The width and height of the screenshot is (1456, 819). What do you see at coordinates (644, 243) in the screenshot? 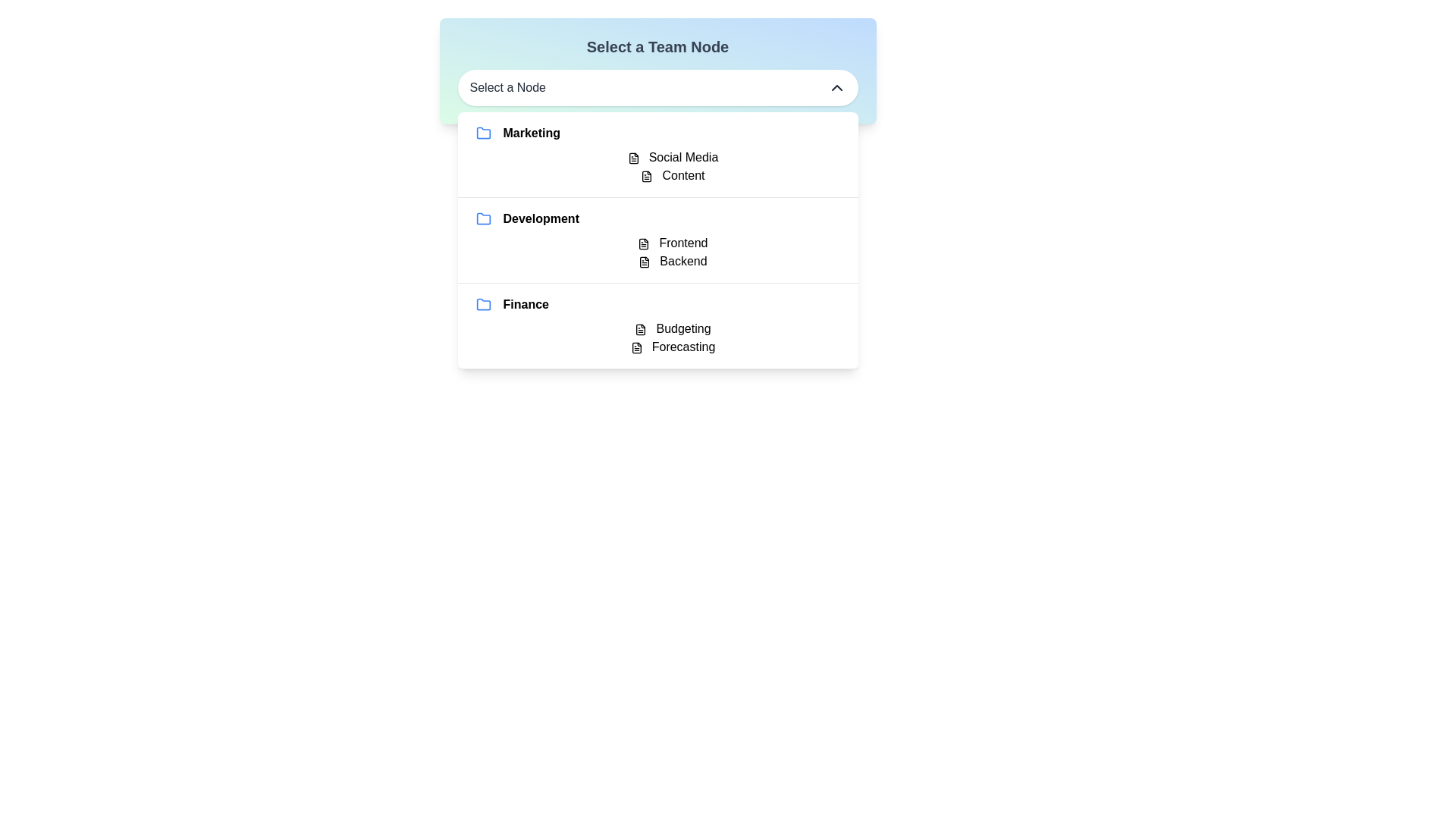
I see `the small file icon with a dark outline located to the left of the text 'Frontend' in the 'Development' dropdown menu` at bounding box center [644, 243].